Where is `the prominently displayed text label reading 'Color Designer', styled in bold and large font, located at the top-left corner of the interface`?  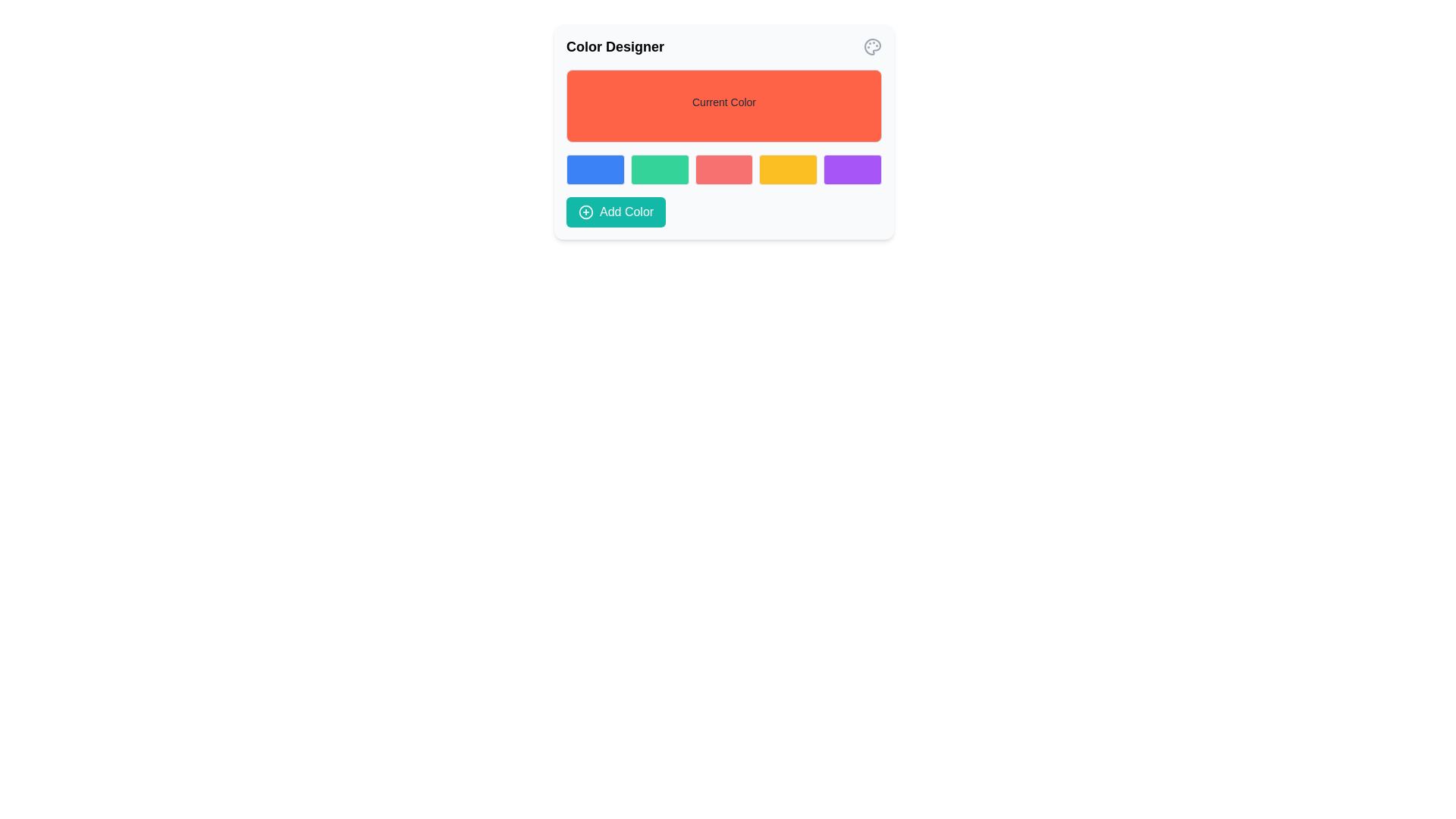 the prominently displayed text label reading 'Color Designer', styled in bold and large font, located at the top-left corner of the interface is located at coordinates (615, 45).